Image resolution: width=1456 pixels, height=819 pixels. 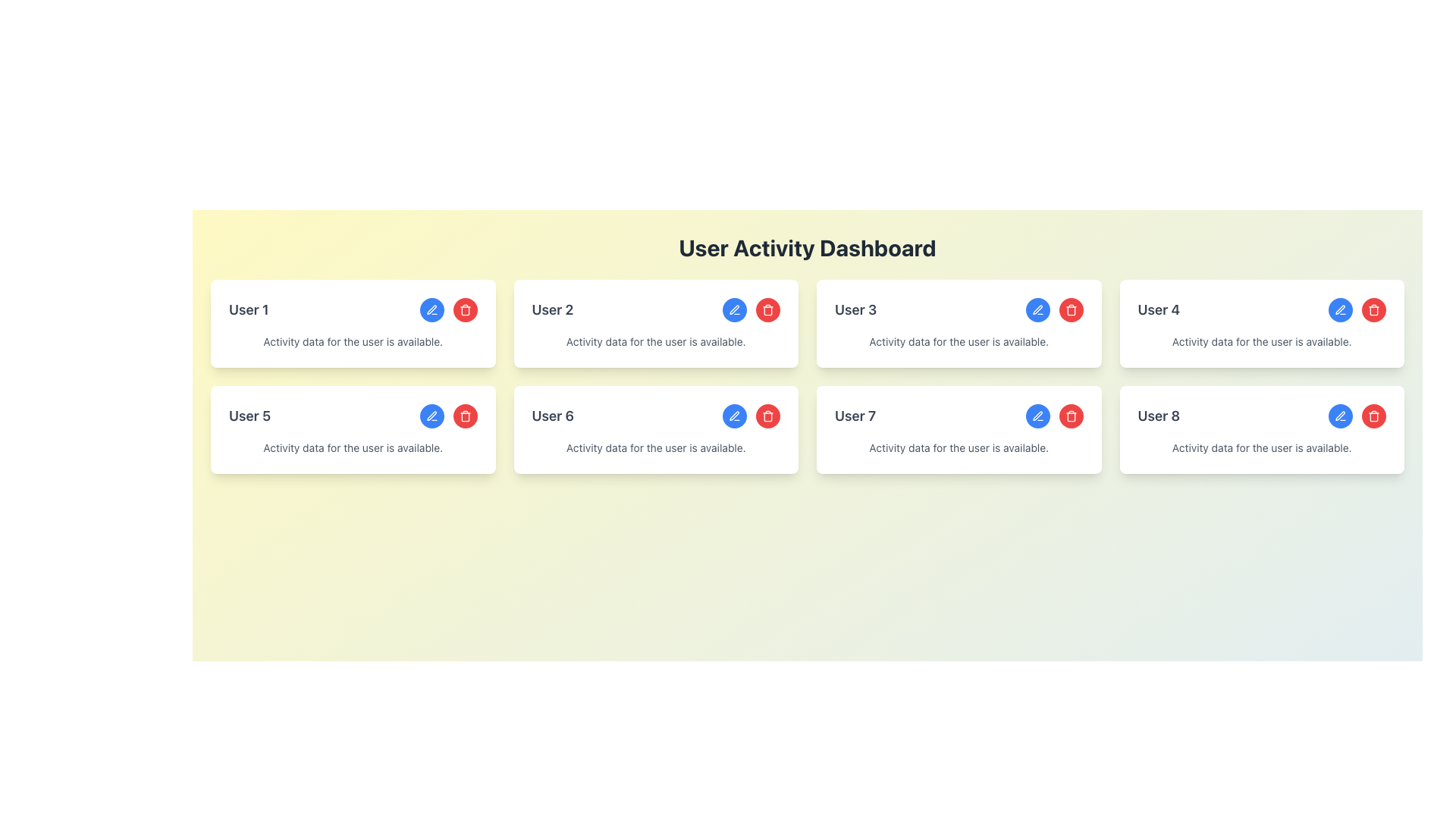 What do you see at coordinates (464, 309) in the screenshot?
I see `the delete icon button located within a rounded red button in the top-right corner of the user card labeled 'User 2' to initiate the deletion process` at bounding box center [464, 309].